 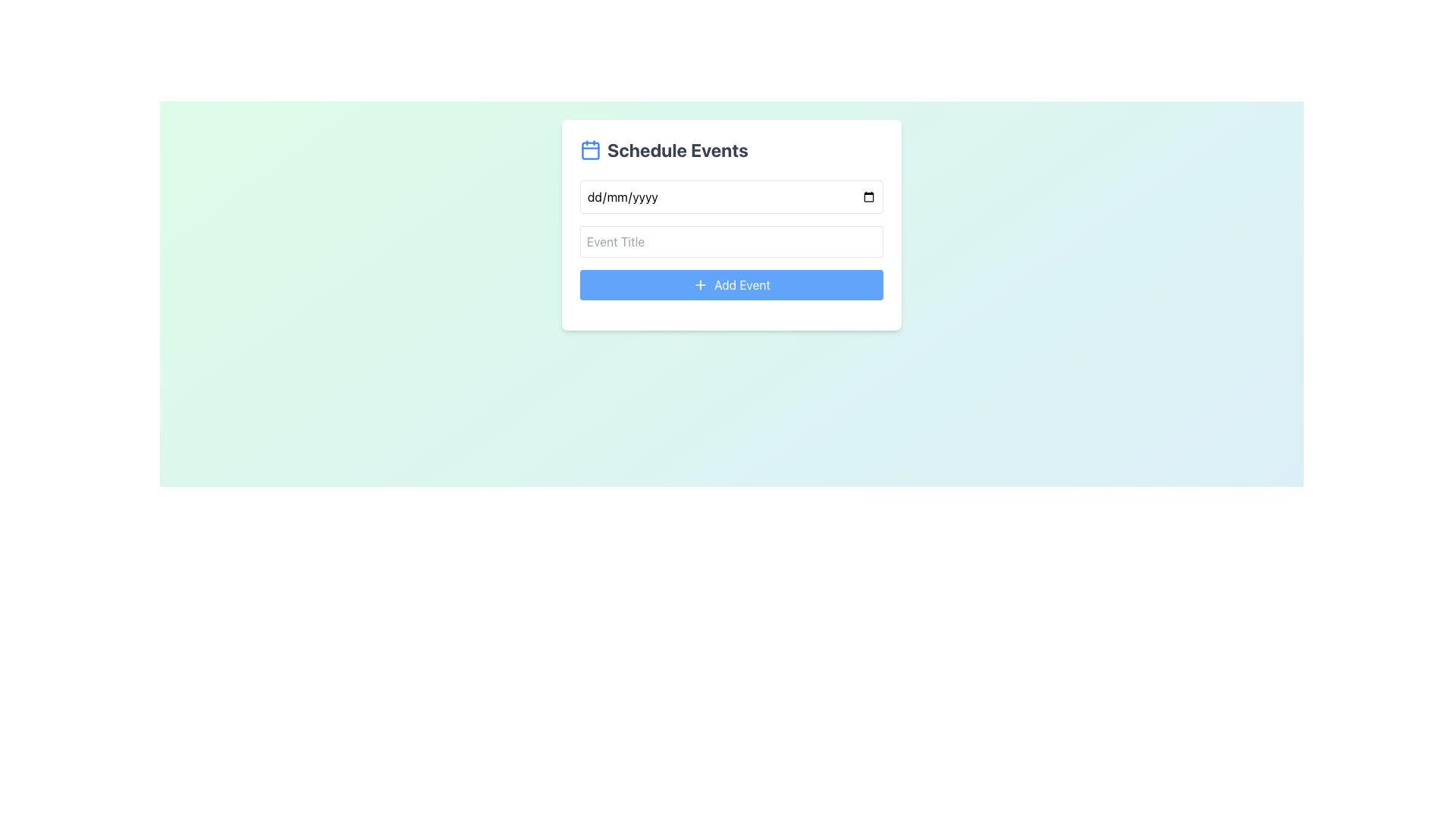 What do you see at coordinates (731, 284) in the screenshot?
I see `the 'Add Event' button, which is a bright blue button with rounded corners and white text, to change its background color` at bounding box center [731, 284].